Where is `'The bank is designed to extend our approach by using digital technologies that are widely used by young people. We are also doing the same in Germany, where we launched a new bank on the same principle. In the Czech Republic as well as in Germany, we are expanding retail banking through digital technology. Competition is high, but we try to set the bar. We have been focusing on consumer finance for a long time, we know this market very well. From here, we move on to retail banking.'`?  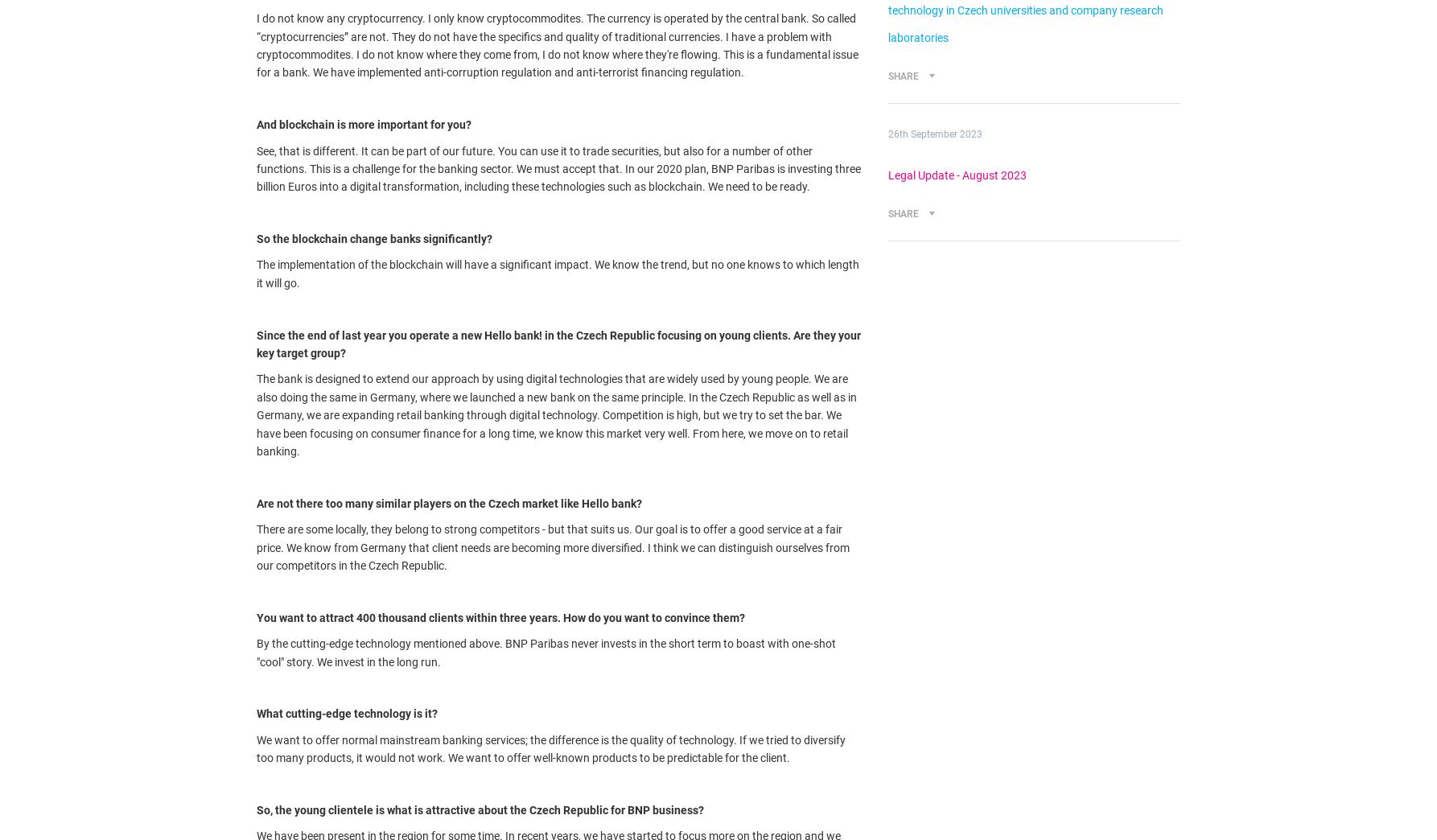
'The bank is designed to extend our approach by using digital technologies that are widely used by young people. We are also doing the same in Germany, where we launched a new bank on the same principle. In the Czech Republic as well as in Germany, we are expanding retail banking through digital technology. Competition is high, but we try to set the bar. We have been focusing on consumer finance for a long time, we know this market very well. From here, we move on to retail banking.' is located at coordinates (557, 415).